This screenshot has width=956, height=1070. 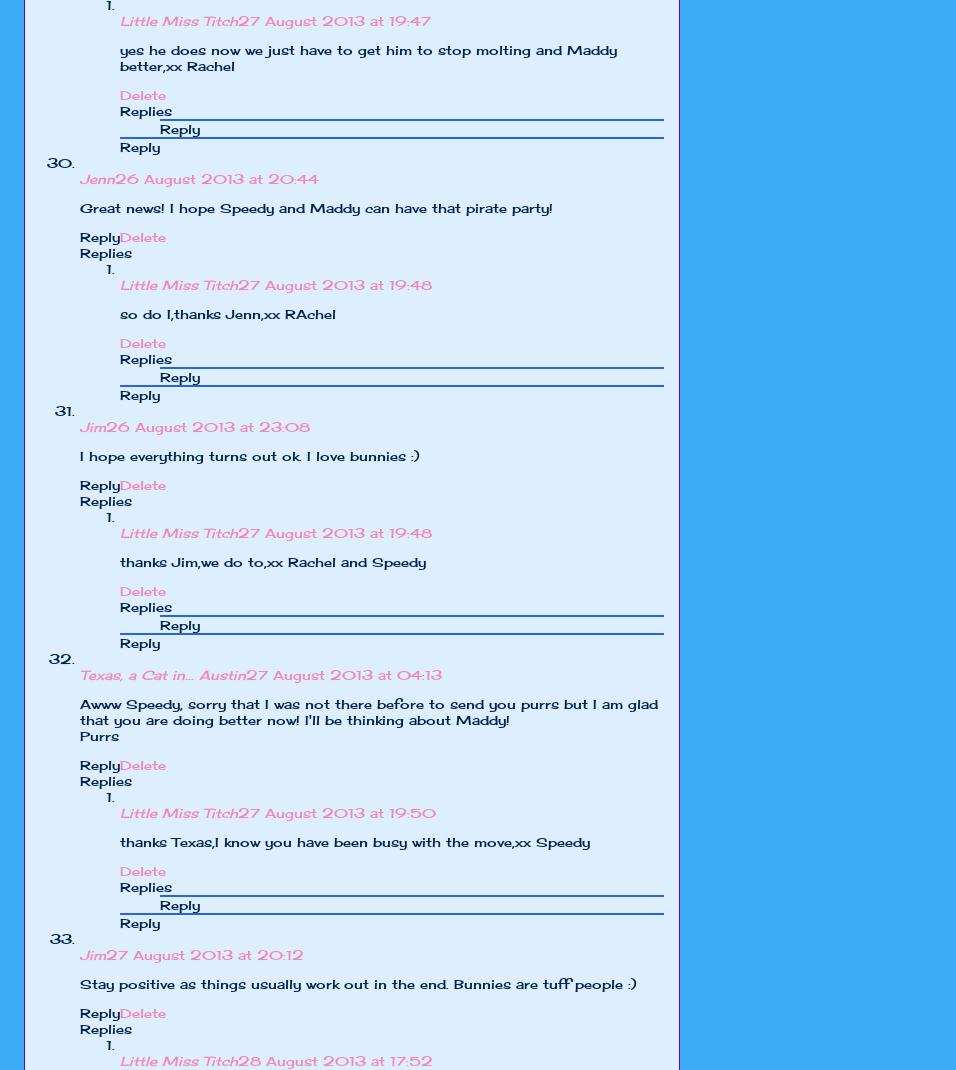 What do you see at coordinates (238, 19) in the screenshot?
I see `'27 August 2013 at 19:47'` at bounding box center [238, 19].